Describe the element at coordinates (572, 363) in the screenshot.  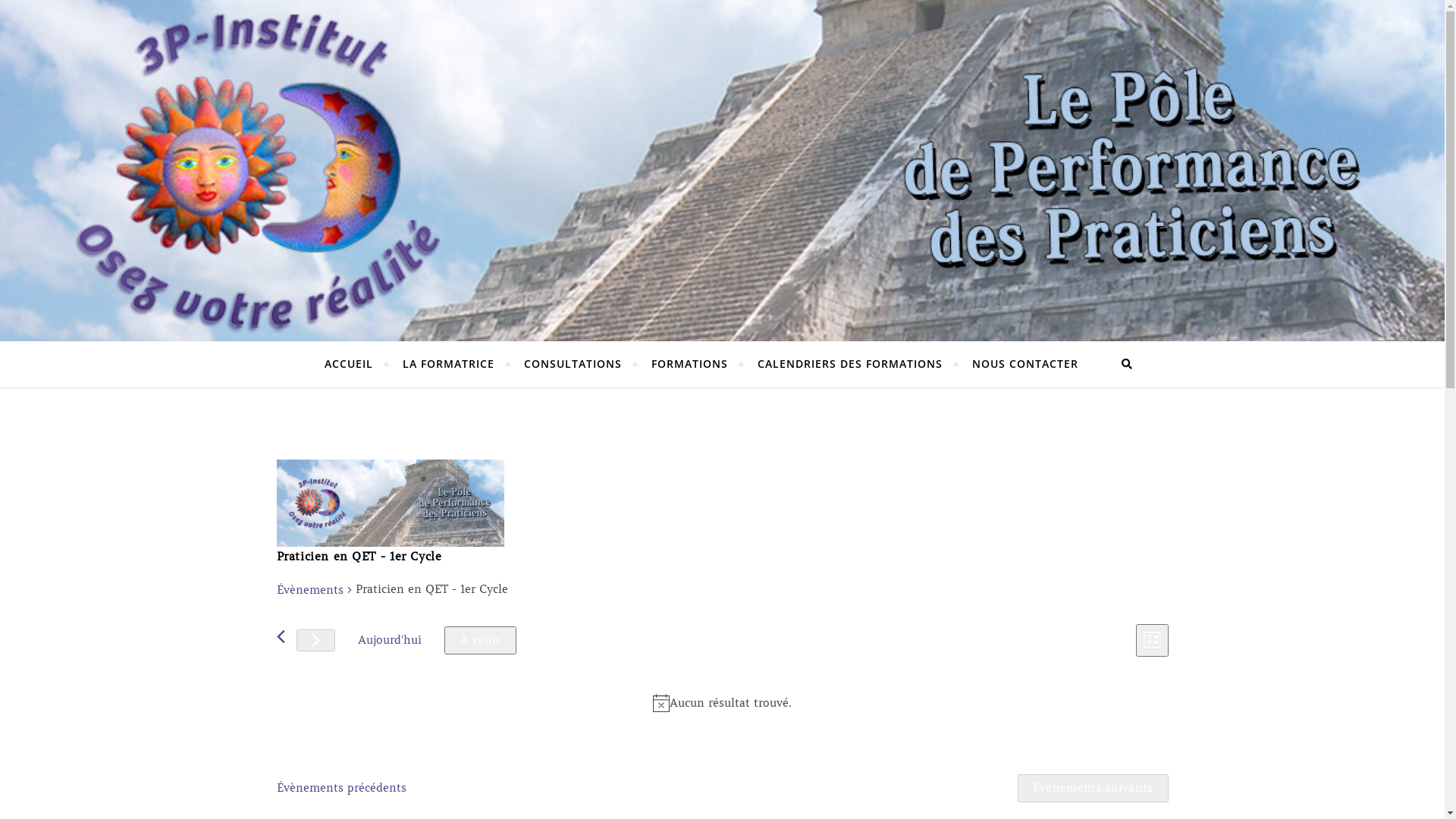
I see `'CONSULTATIONS'` at that location.